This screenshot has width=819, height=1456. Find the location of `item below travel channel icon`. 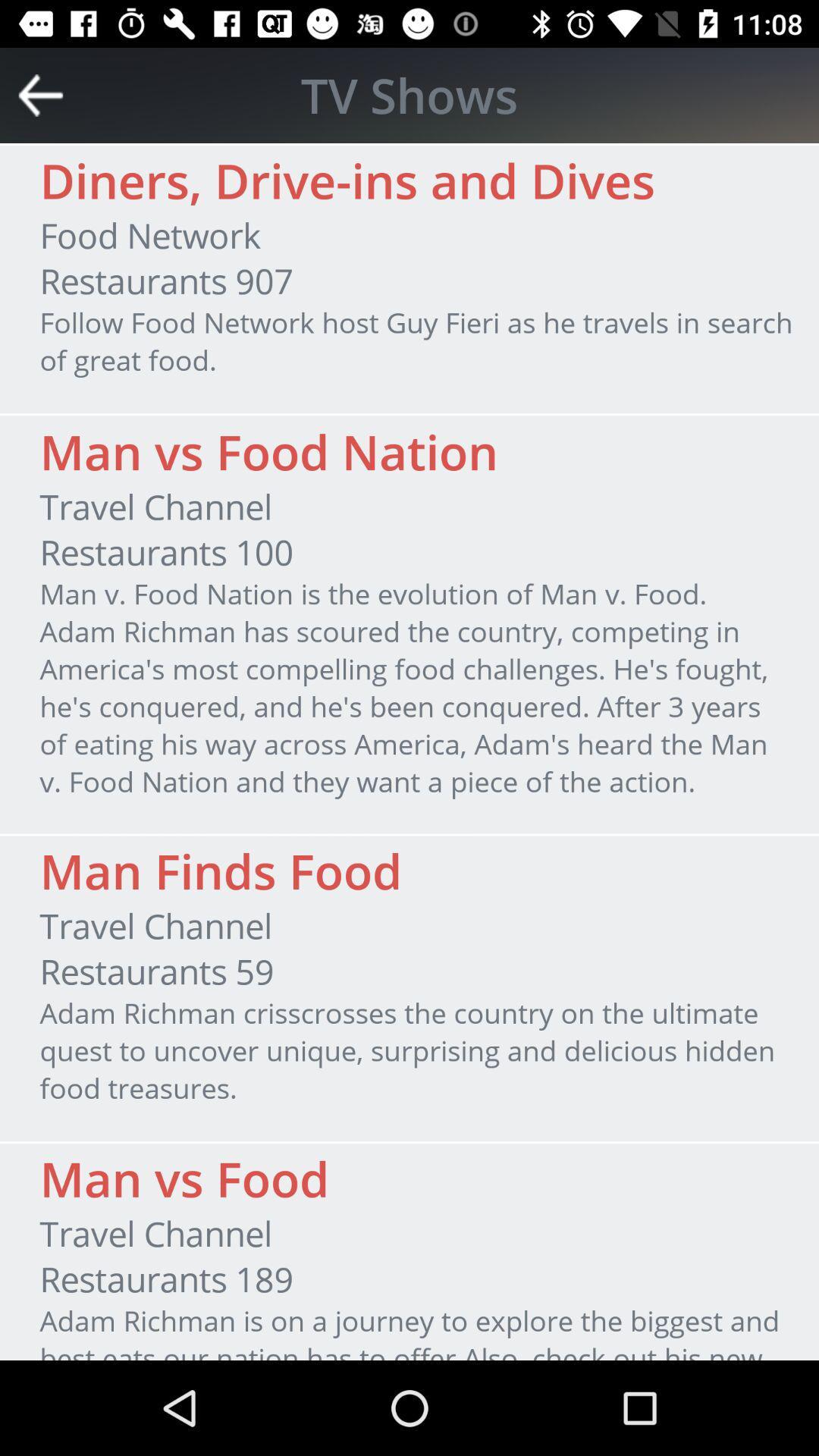

item below travel channel icon is located at coordinates (166, 551).